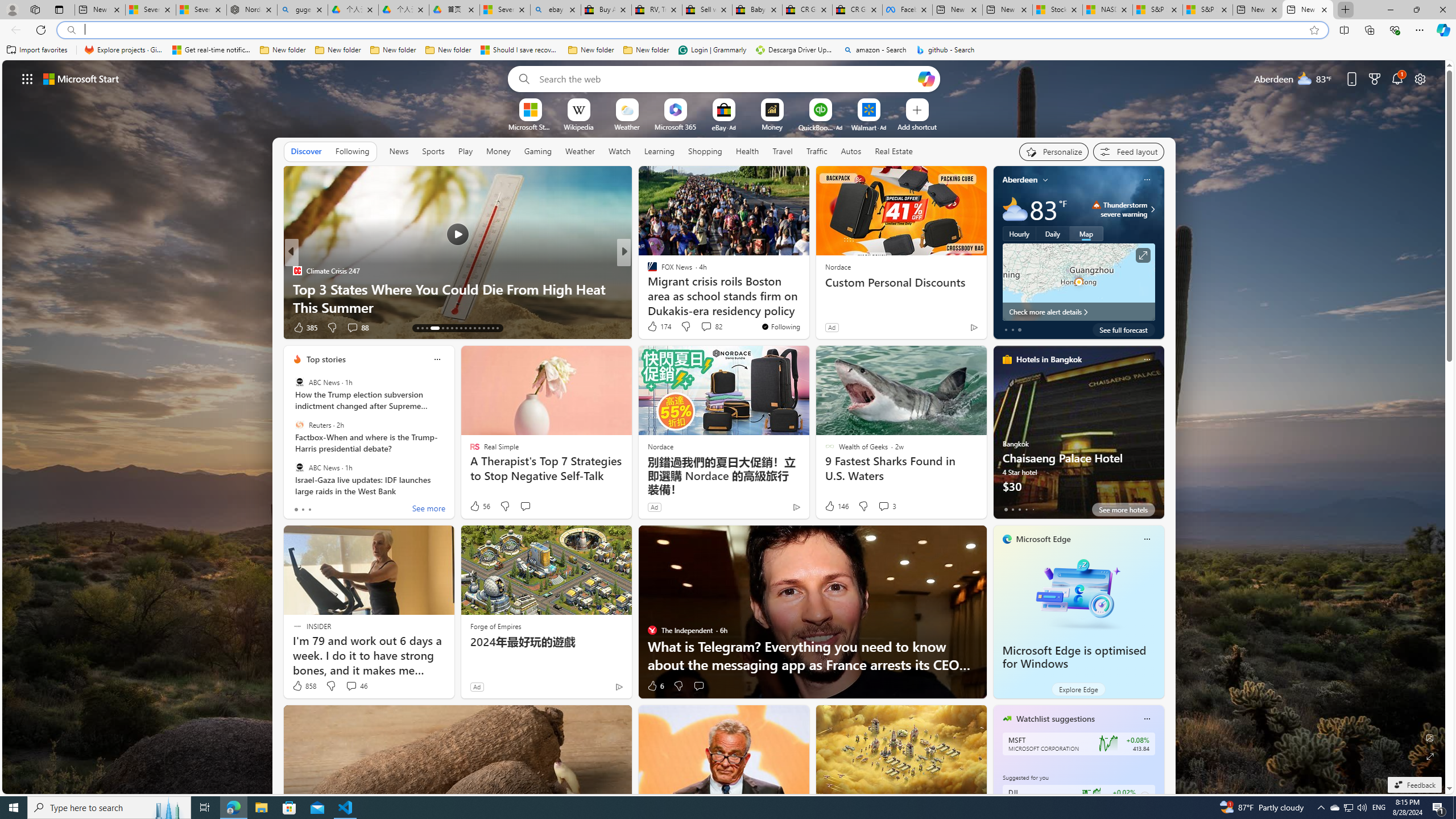 This screenshot has width=1456, height=819. Describe the element at coordinates (1397, 78) in the screenshot. I see `'Notifications'` at that location.